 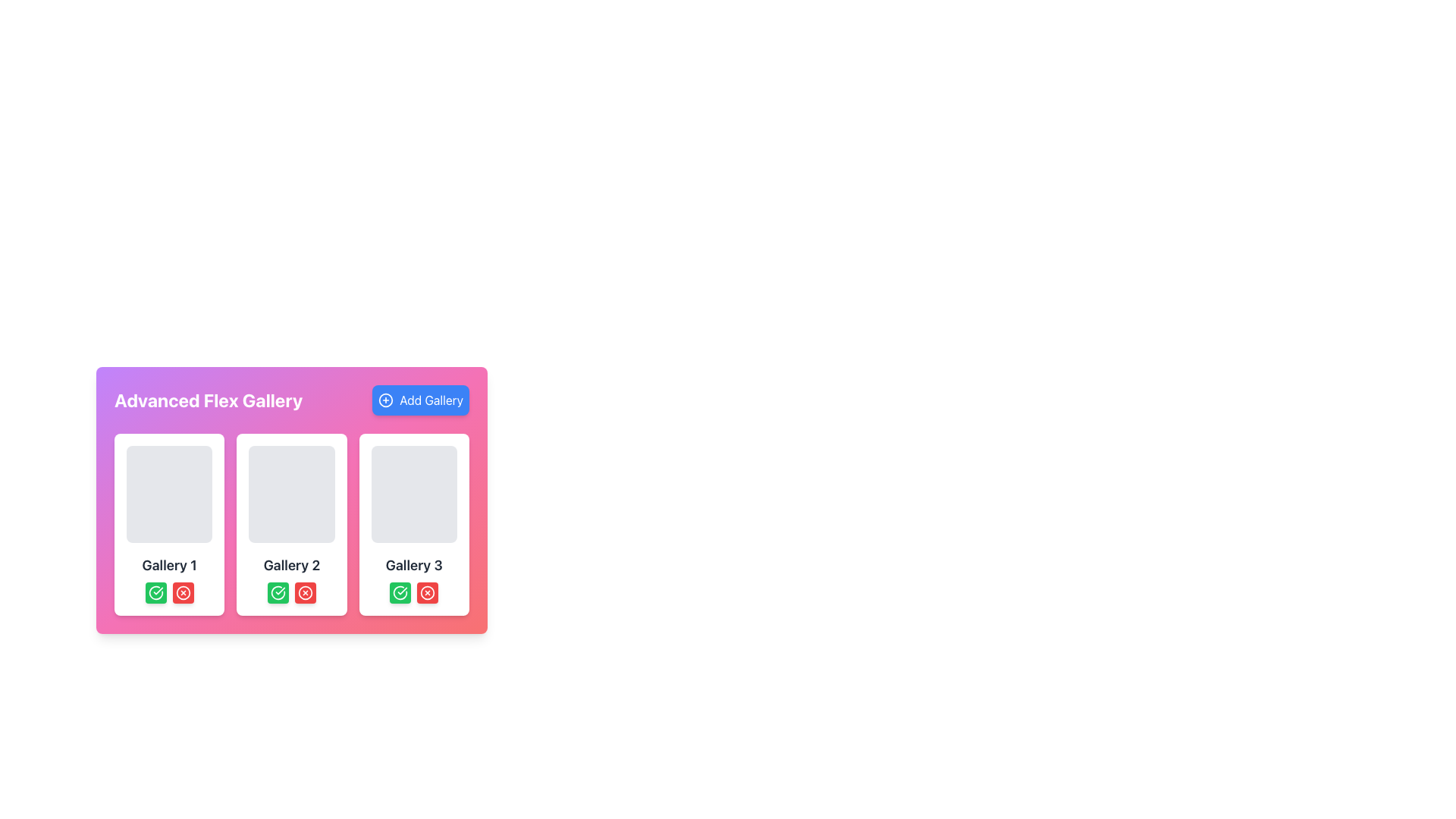 I want to click on the group of two buttons in the Advanced Flex Gallery located under the Gallery 1 heading, which includes a green button with a checkmark and a red button with a cross, so click(x=169, y=592).